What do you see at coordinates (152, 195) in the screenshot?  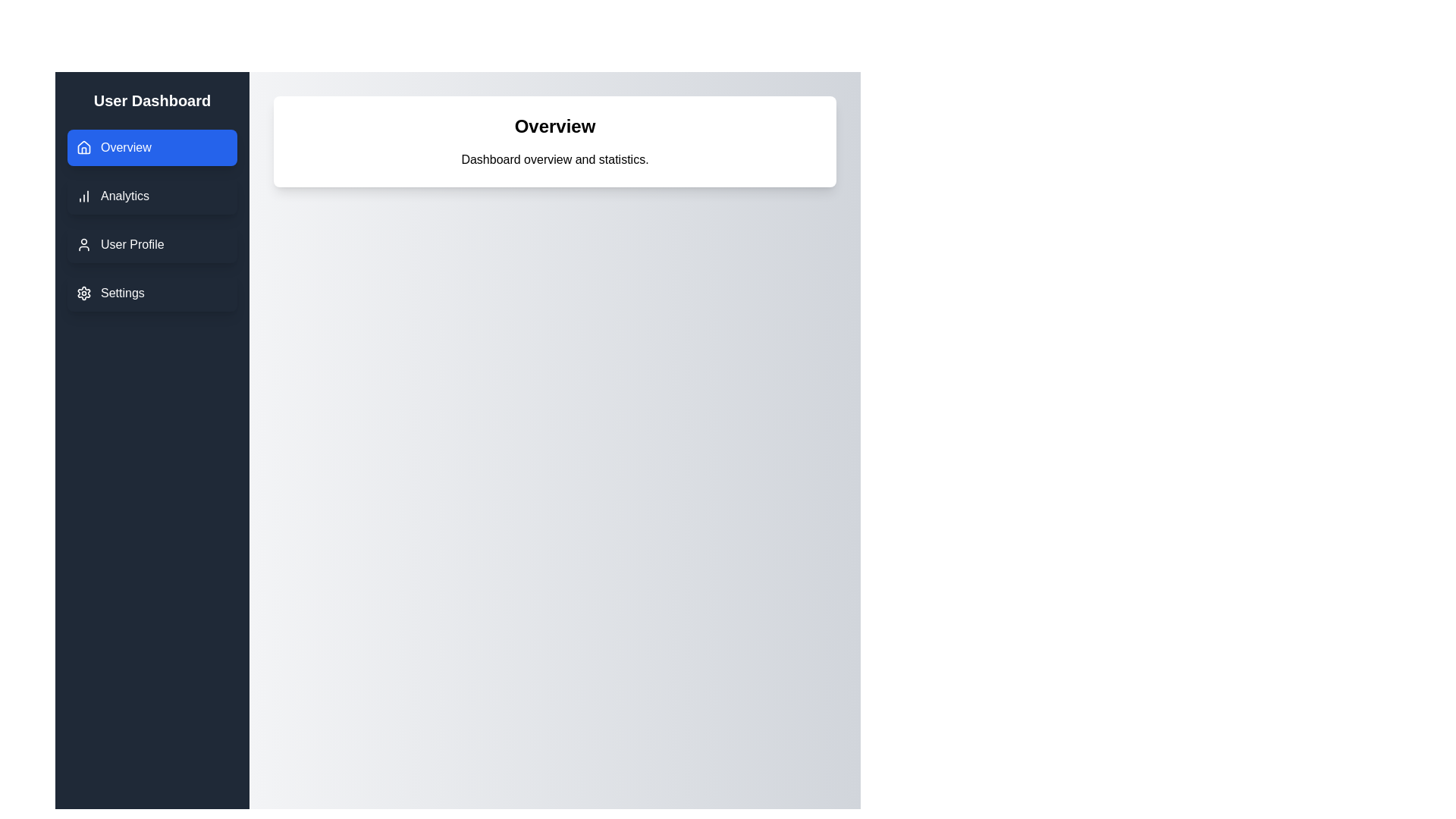 I see `the section Analytics from the navigation menu` at bounding box center [152, 195].